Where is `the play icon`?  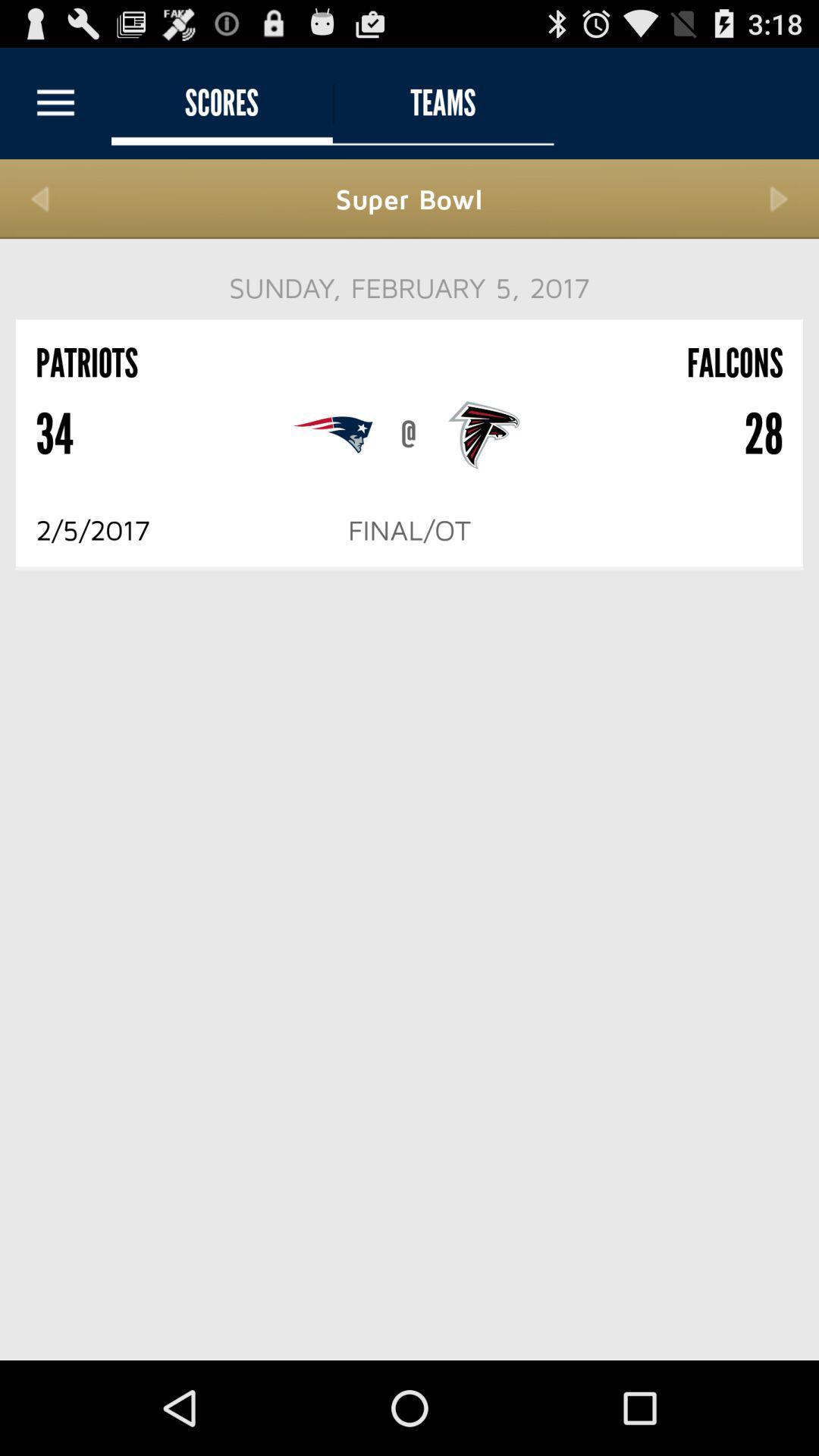
the play icon is located at coordinates (779, 212).